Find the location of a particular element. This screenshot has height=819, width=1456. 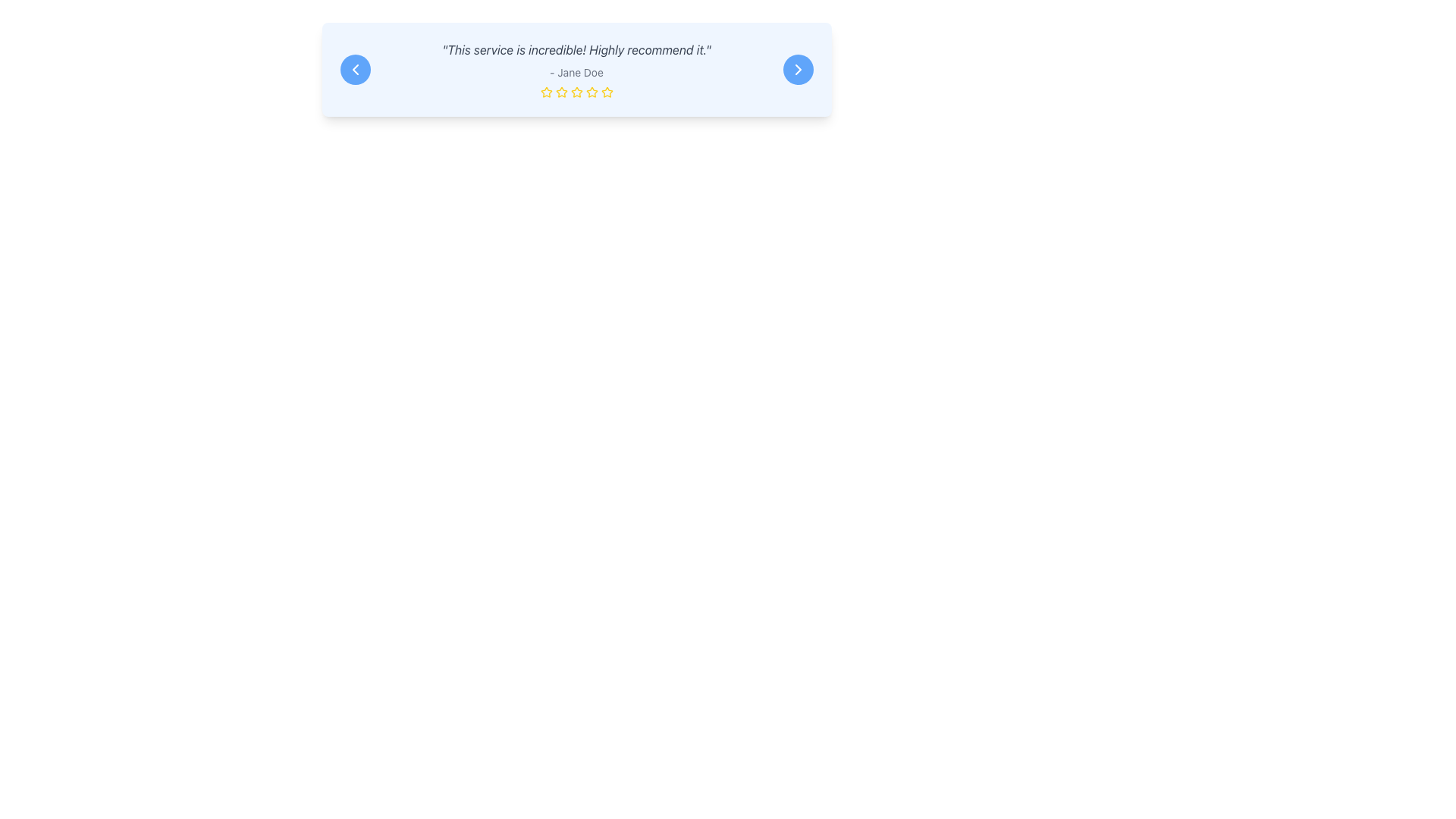

the Static content: Testimonial block which contains the testimonial text 'This service is incredible! Highly recommend it.' and author attribution '- Jane Doe' is located at coordinates (576, 70).